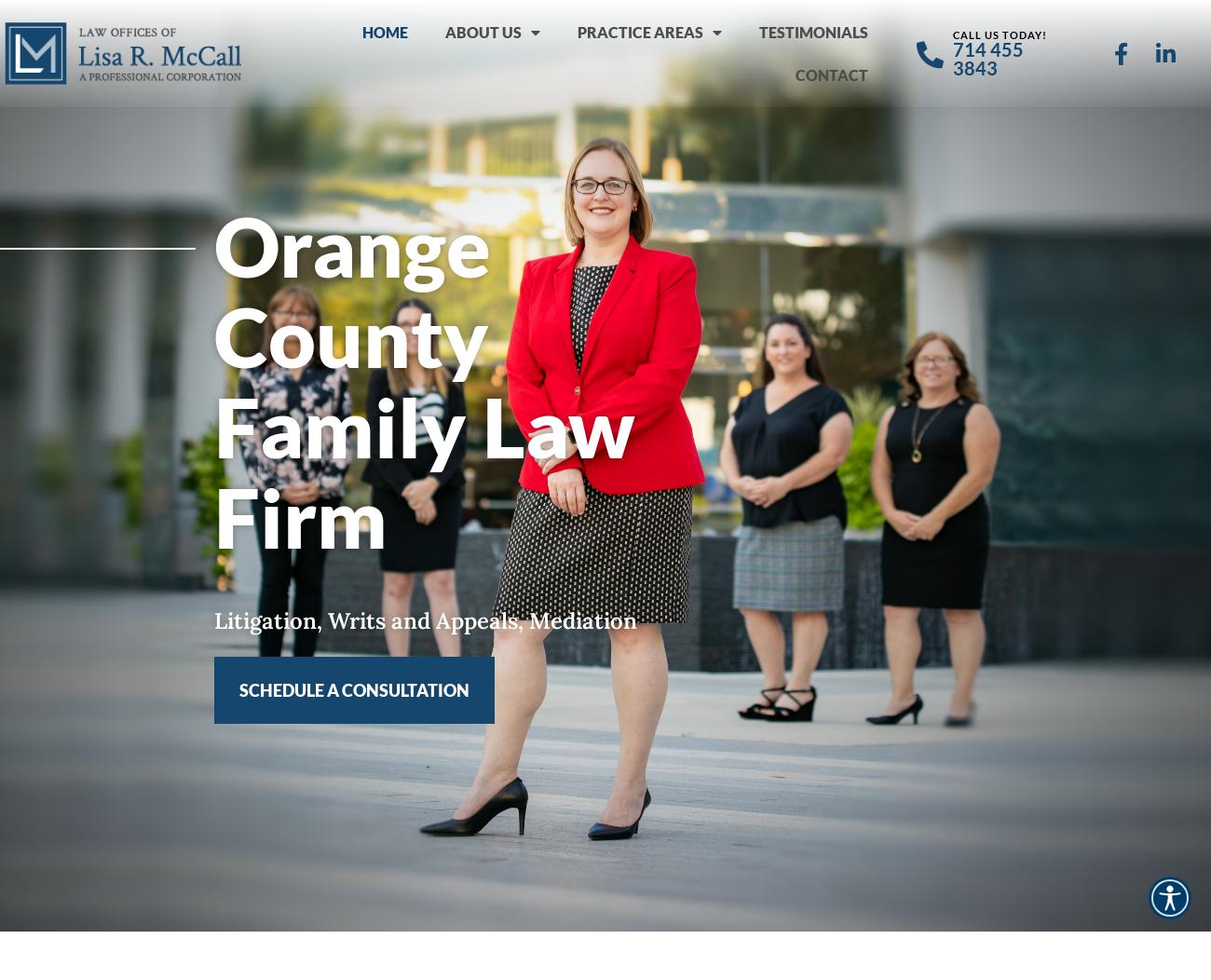 The width and height of the screenshot is (1211, 980). What do you see at coordinates (385, 31) in the screenshot?
I see `'HOME'` at bounding box center [385, 31].